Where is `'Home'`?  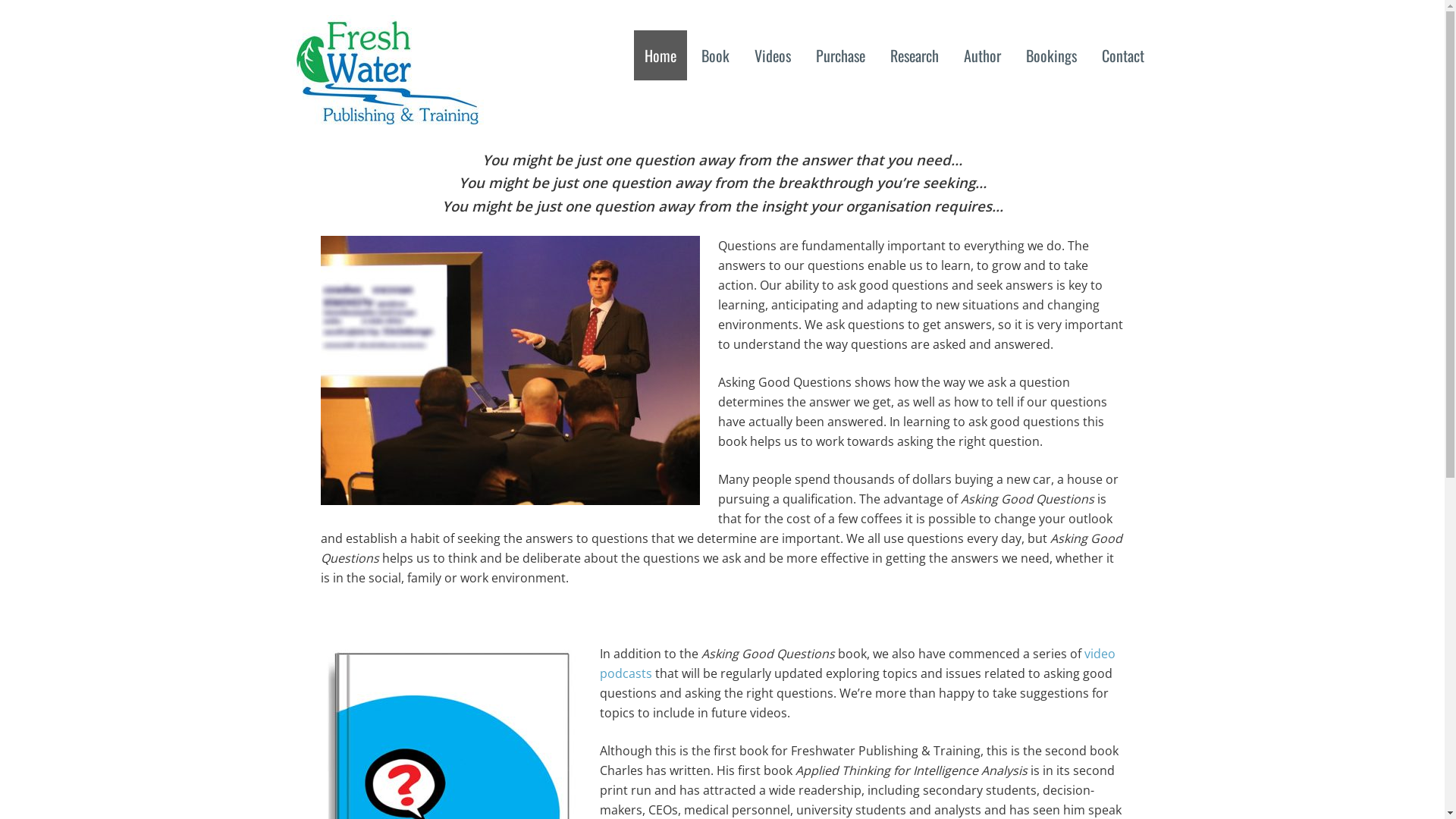
'Home' is located at coordinates (633, 55).